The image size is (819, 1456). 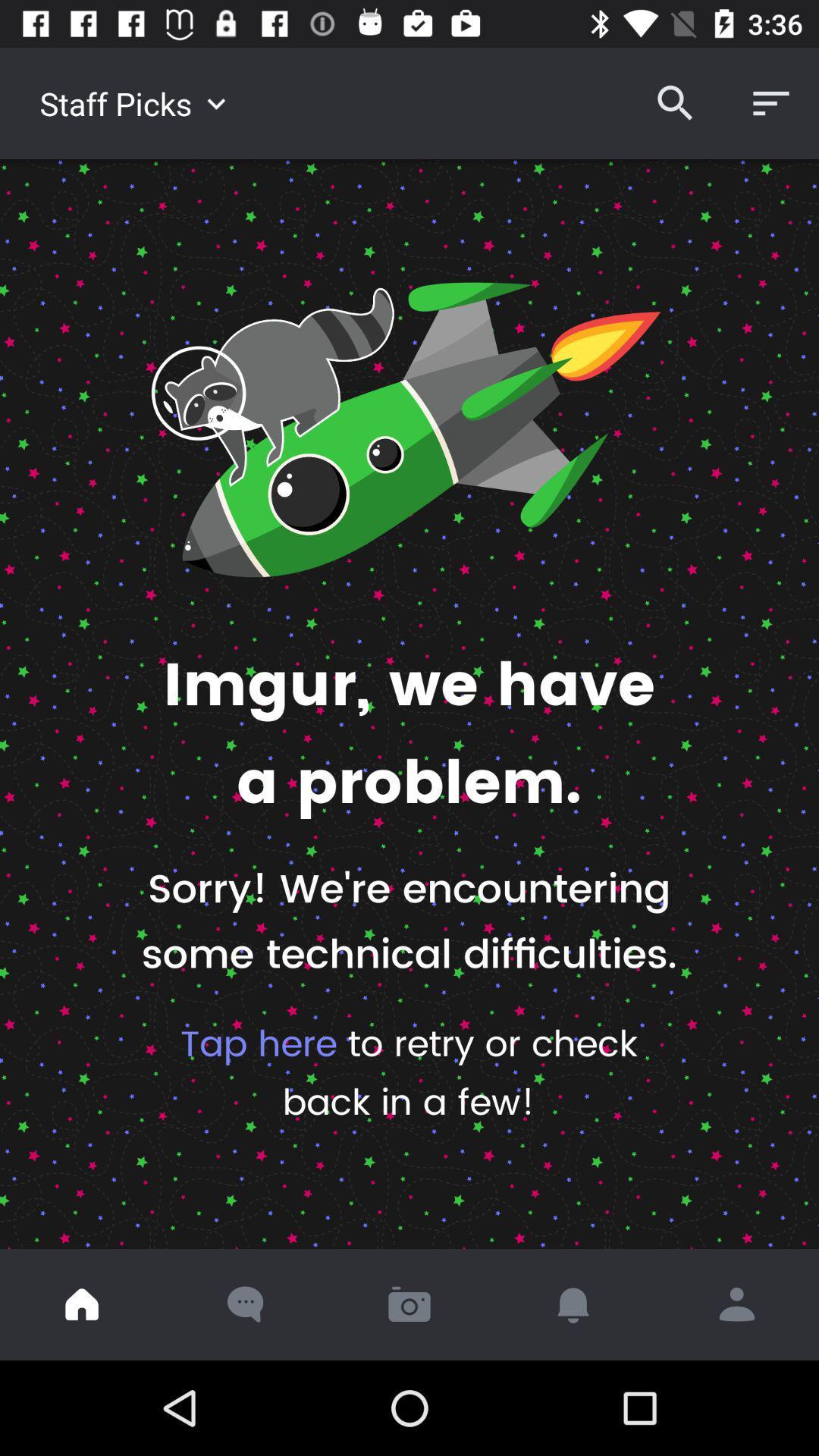 I want to click on profile, so click(x=736, y=1304).